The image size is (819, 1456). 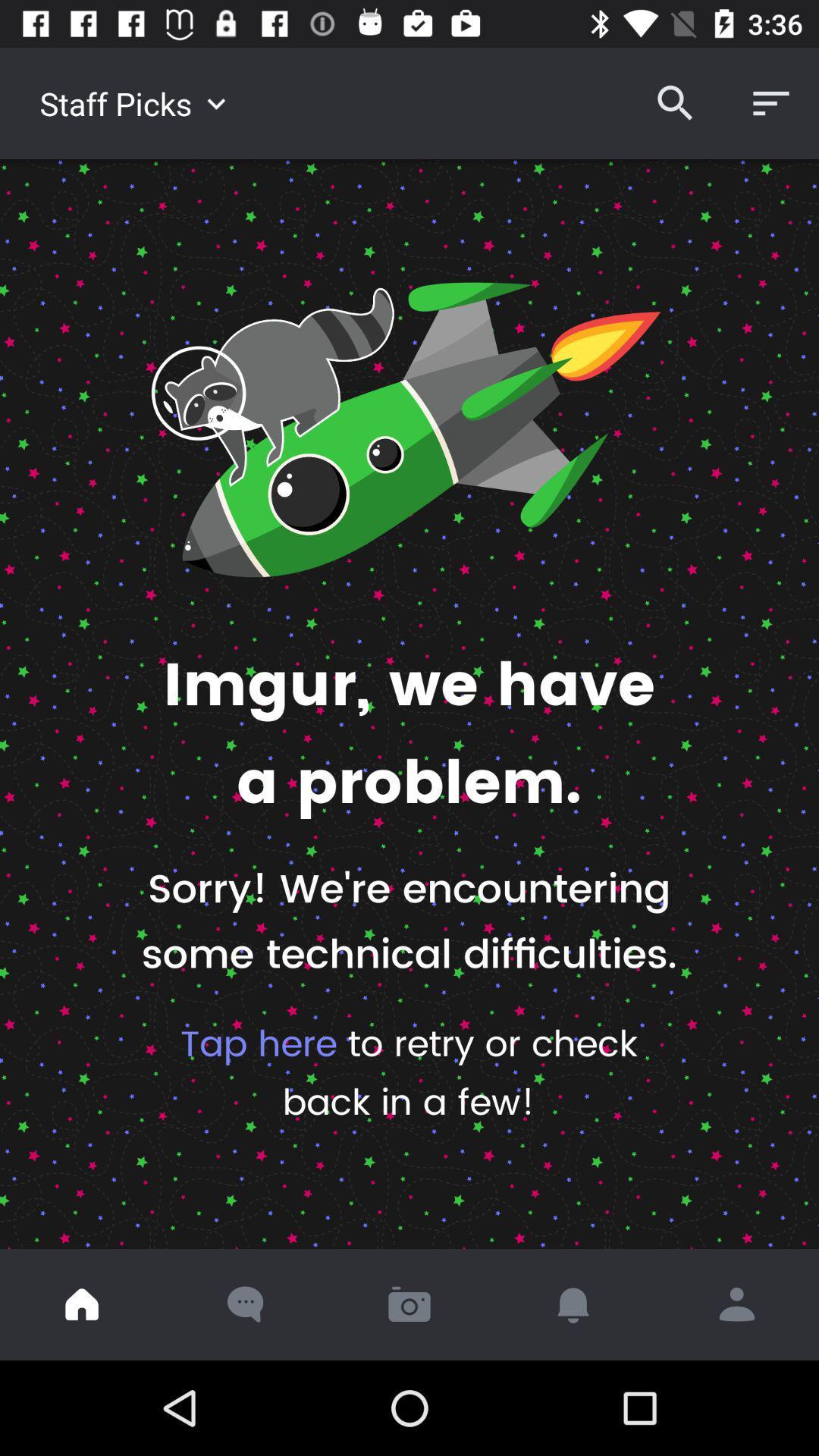 I want to click on profile, so click(x=736, y=1304).